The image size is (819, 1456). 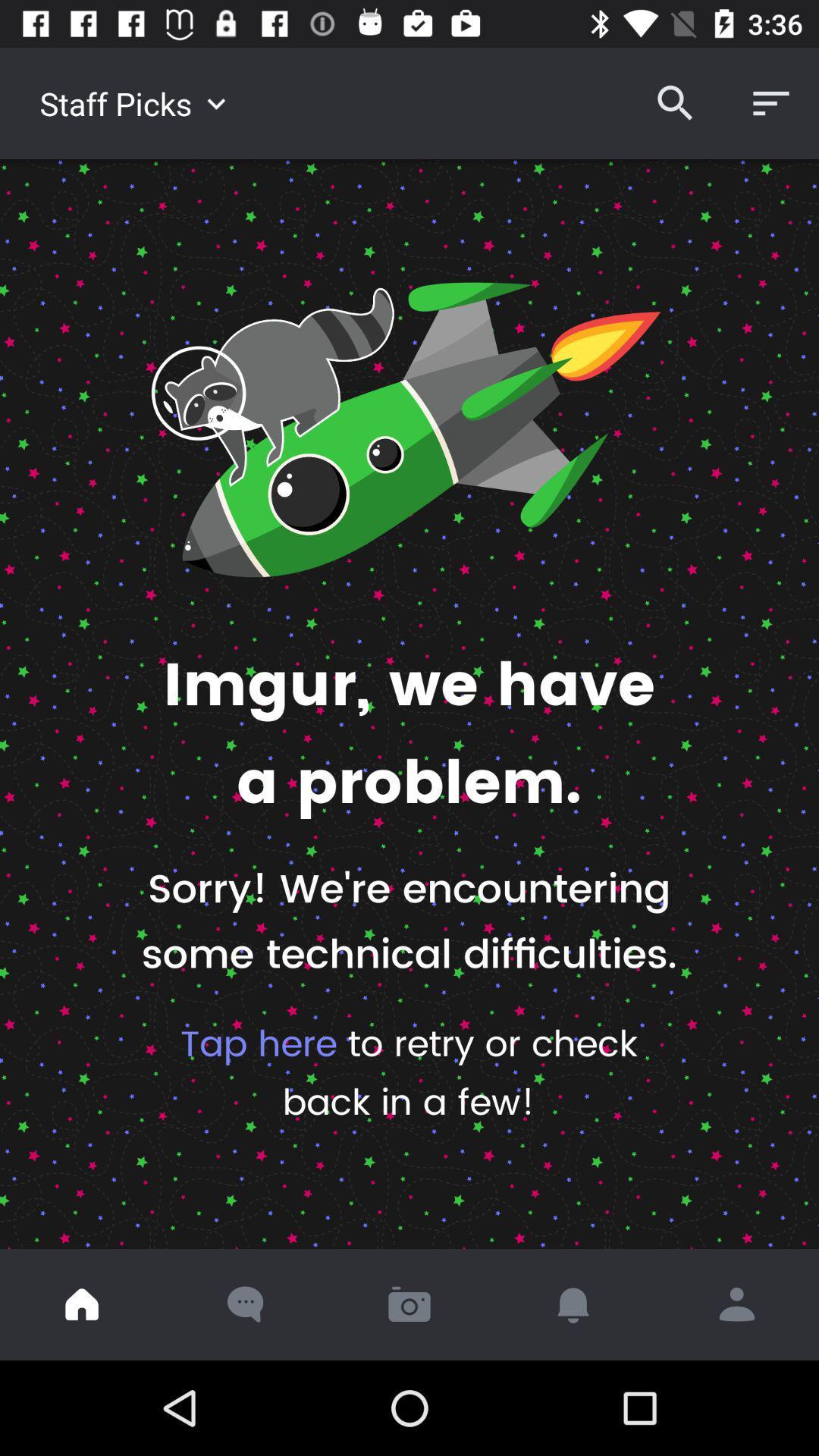 I want to click on profile, so click(x=736, y=1304).